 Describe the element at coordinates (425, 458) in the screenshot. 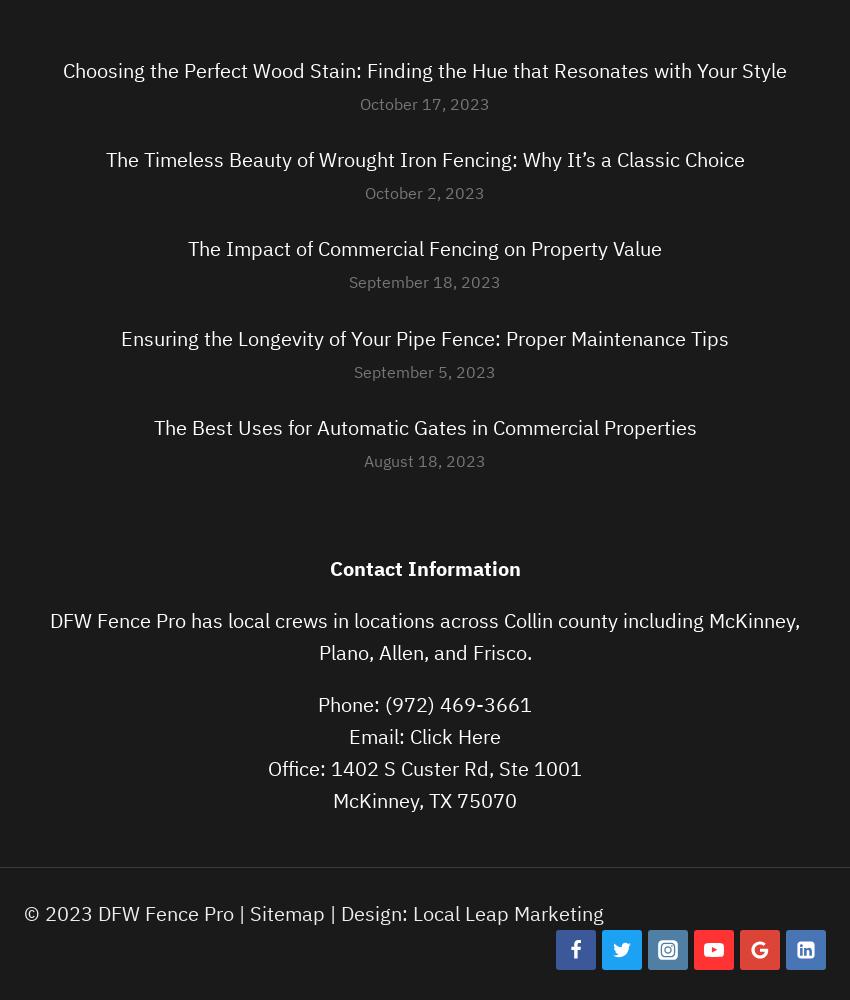

I see `'August 18, 2023'` at that location.